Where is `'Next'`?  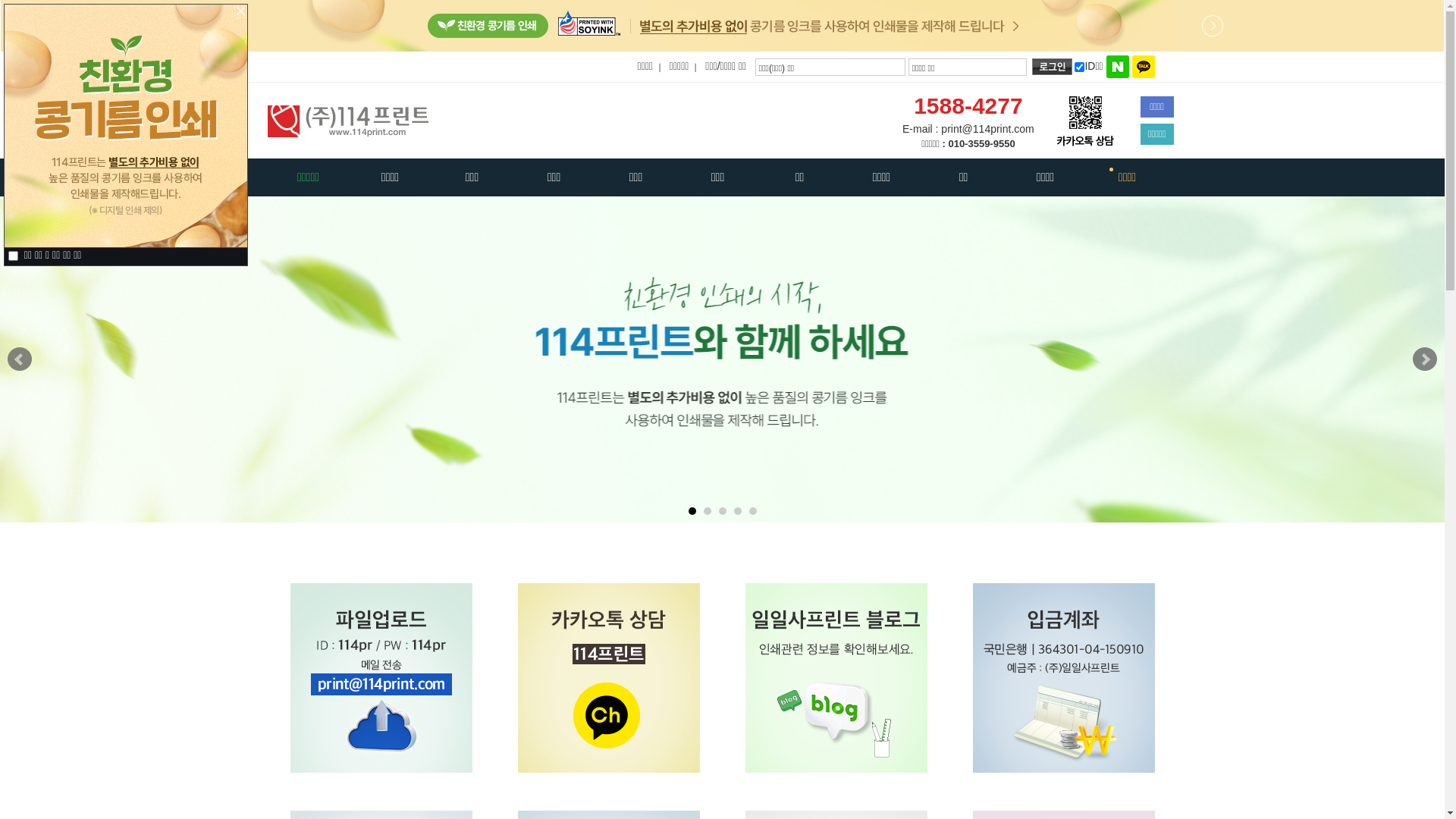 'Next' is located at coordinates (1423, 359).